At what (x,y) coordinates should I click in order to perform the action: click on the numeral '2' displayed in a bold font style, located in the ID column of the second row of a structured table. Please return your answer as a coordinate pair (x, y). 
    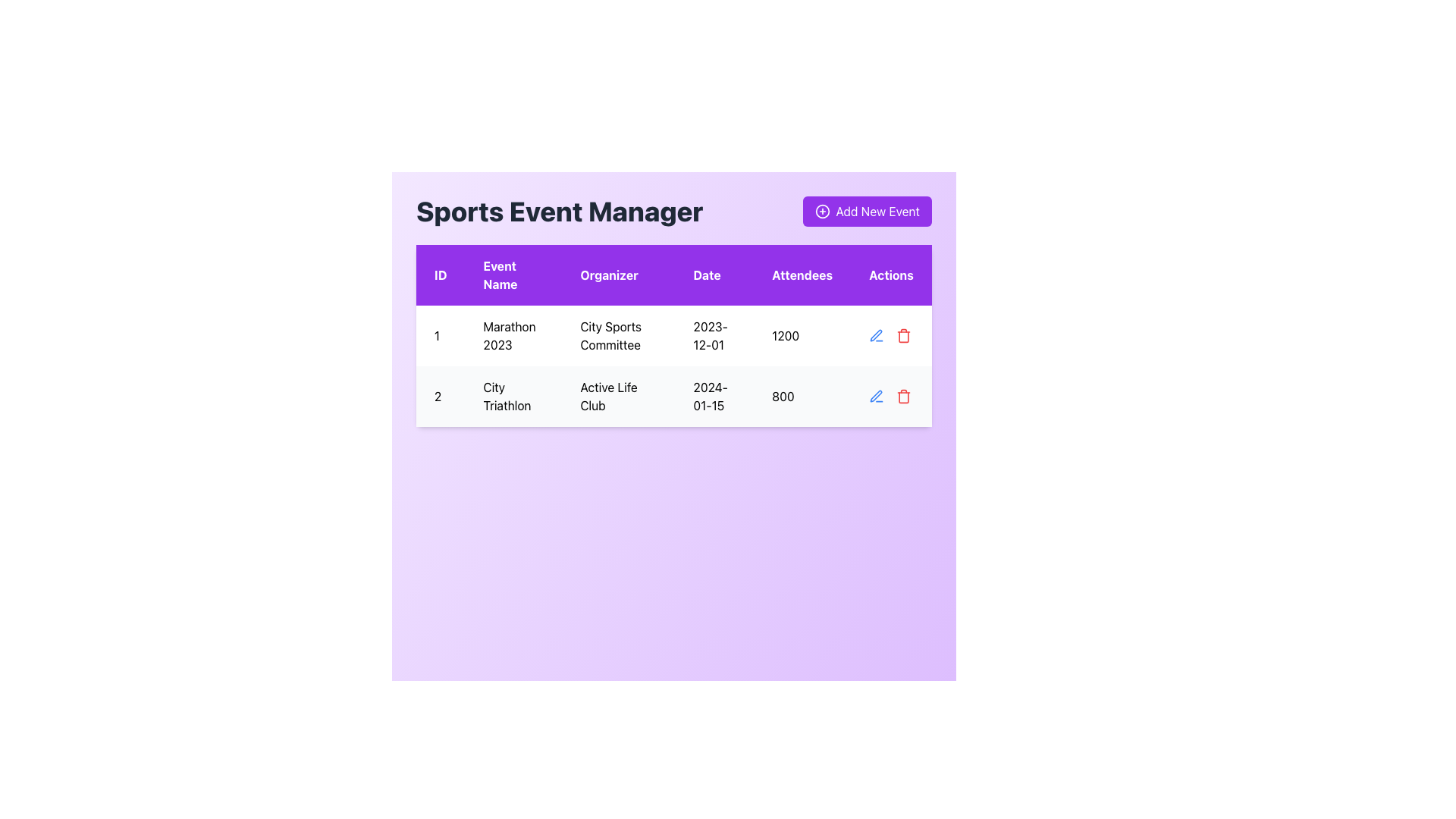
    Looking at the image, I should click on (440, 396).